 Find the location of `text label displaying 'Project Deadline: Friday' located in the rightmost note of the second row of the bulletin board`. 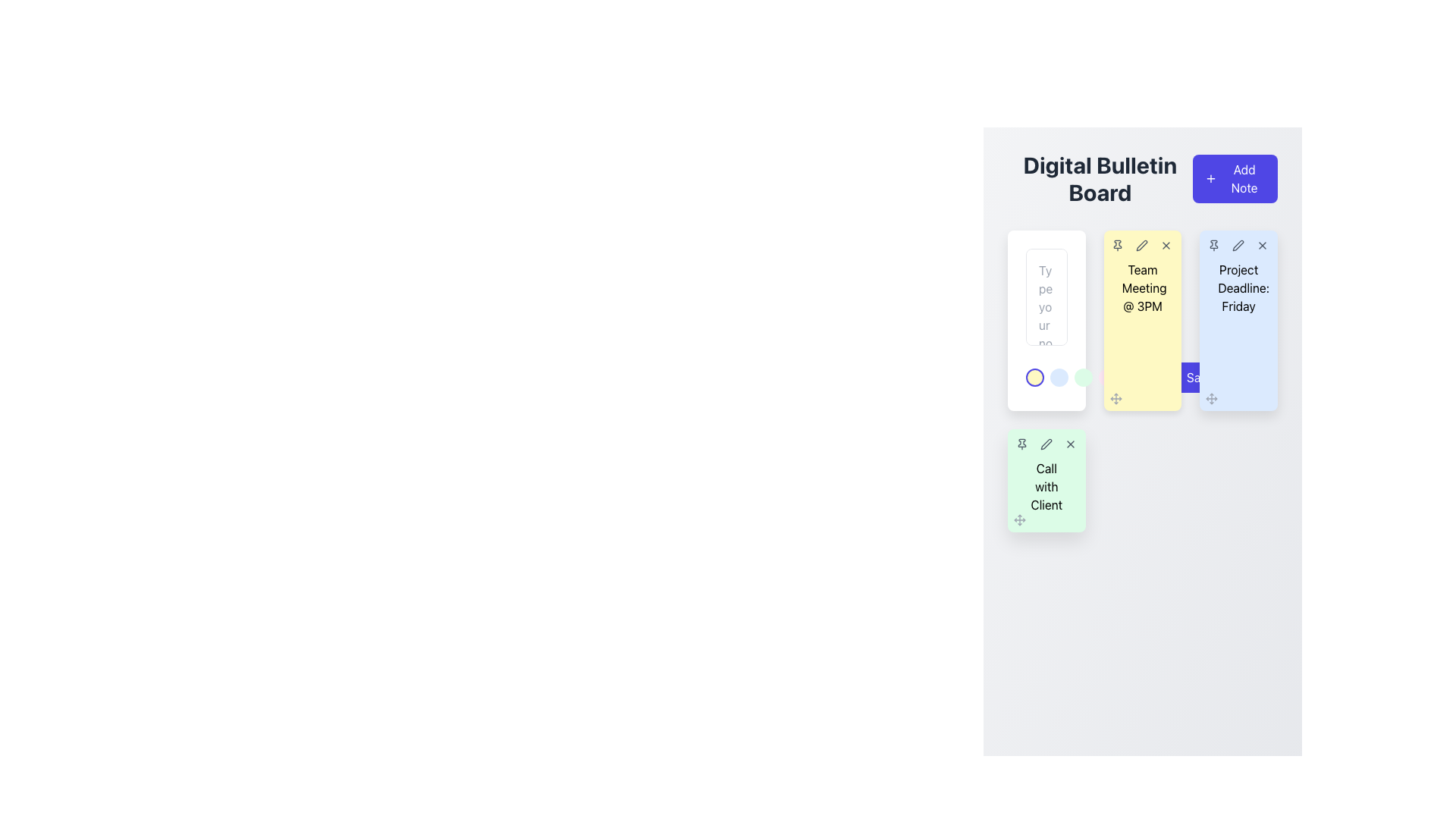

text label displaying 'Project Deadline: Friday' located in the rightmost note of the second row of the bulletin board is located at coordinates (1238, 288).